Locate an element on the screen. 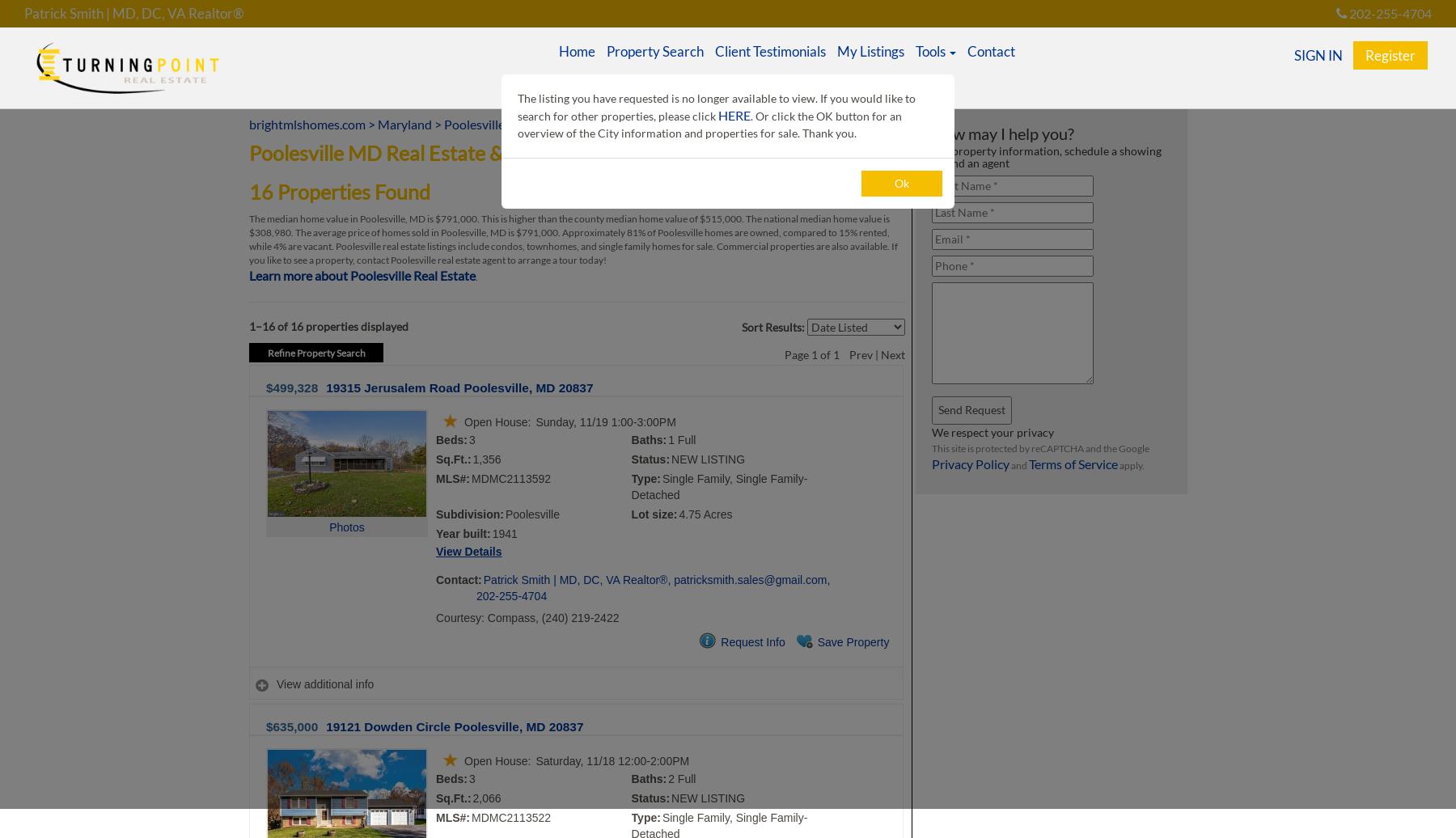 The height and width of the screenshot is (838, 1456). 'The median home value in Poolesville, MD is $' is located at coordinates (345, 218).